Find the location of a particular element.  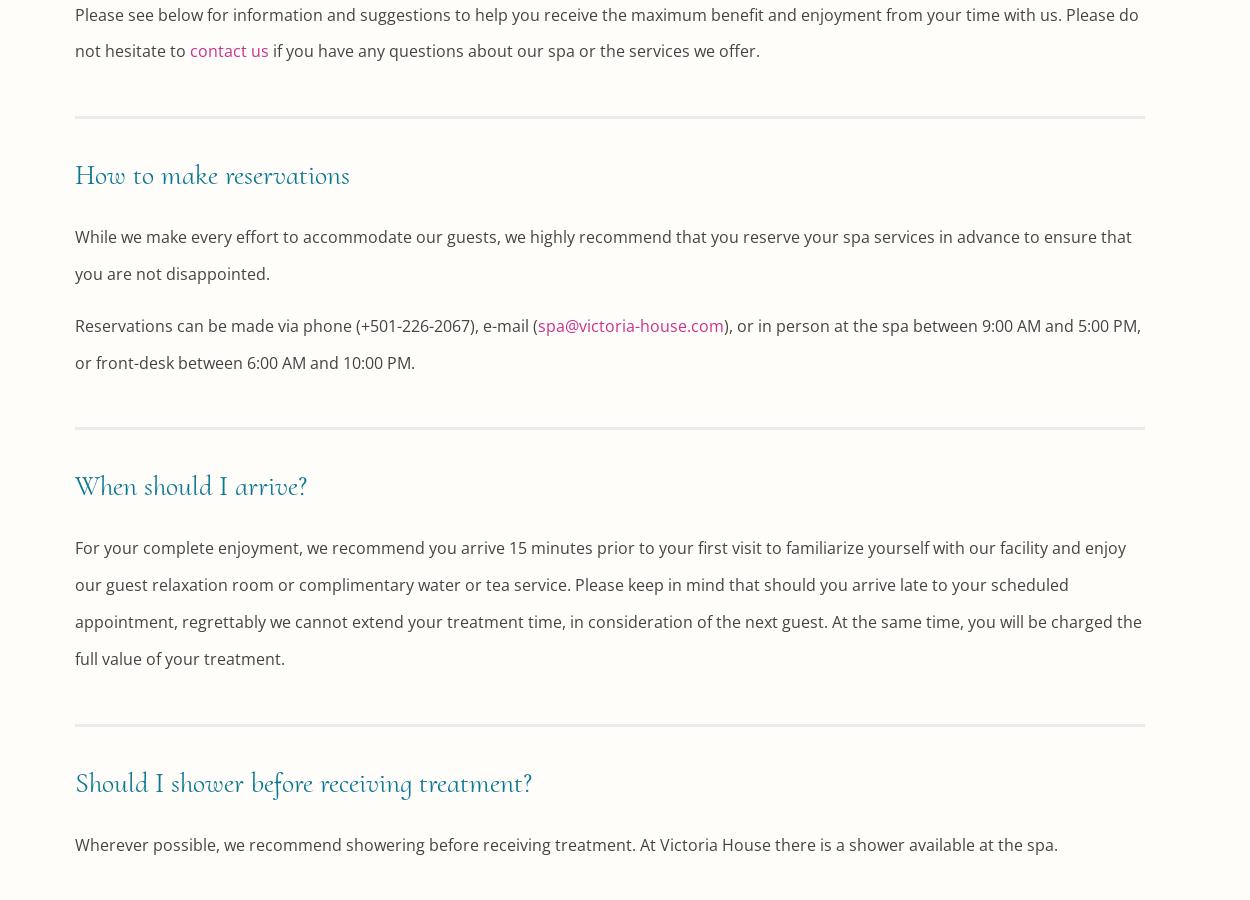

'Reservations can be made via phone (+501-226-2067), e-mail (' is located at coordinates (306, 323).